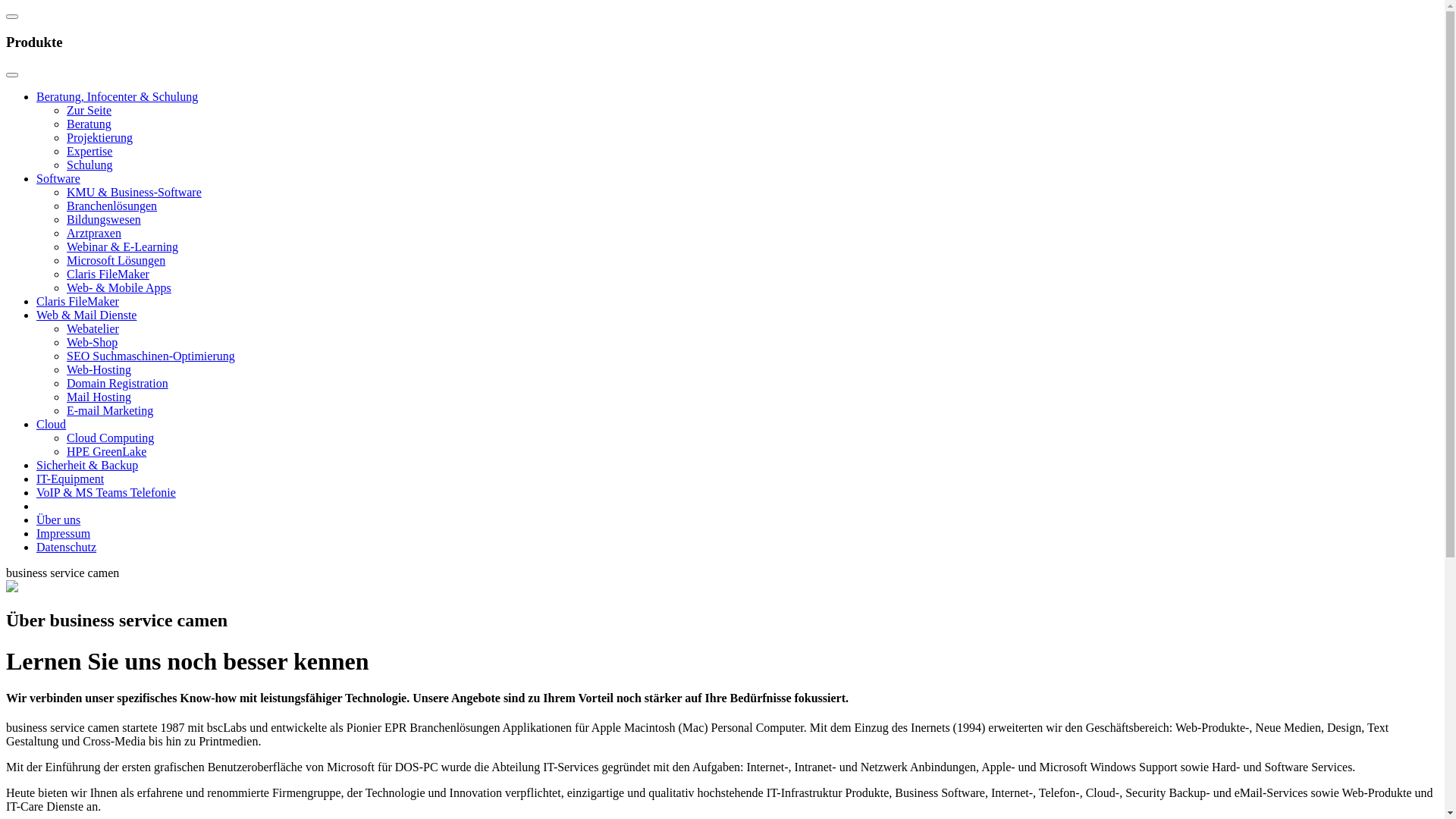 Image resolution: width=1456 pixels, height=819 pixels. I want to click on 'Bildungswesen', so click(103, 219).